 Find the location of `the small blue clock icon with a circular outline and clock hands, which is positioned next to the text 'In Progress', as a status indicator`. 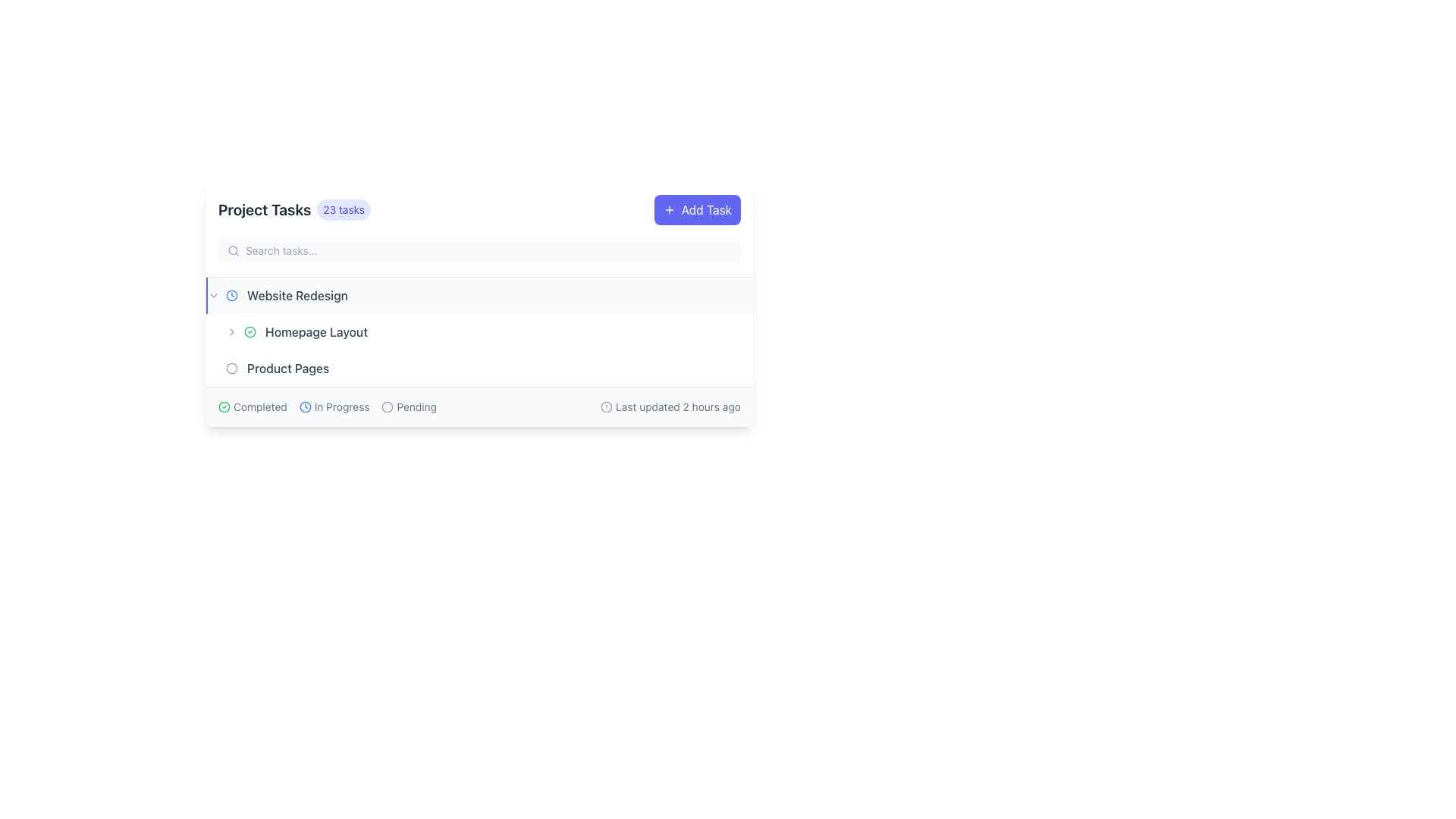

the small blue clock icon with a circular outline and clock hands, which is positioned next to the text 'In Progress', as a status indicator is located at coordinates (304, 406).